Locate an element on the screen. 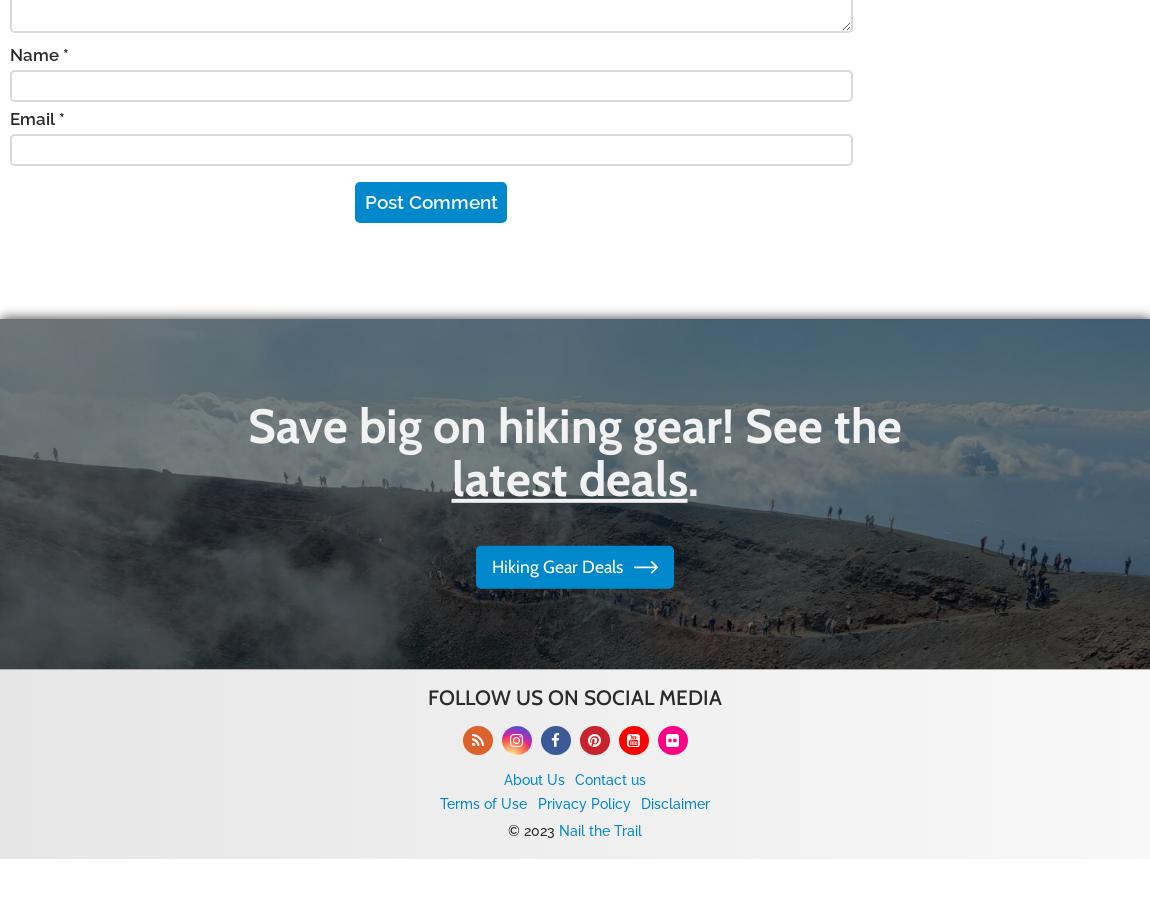 This screenshot has height=912, width=1150. 'Follow us on social media' is located at coordinates (575, 697).